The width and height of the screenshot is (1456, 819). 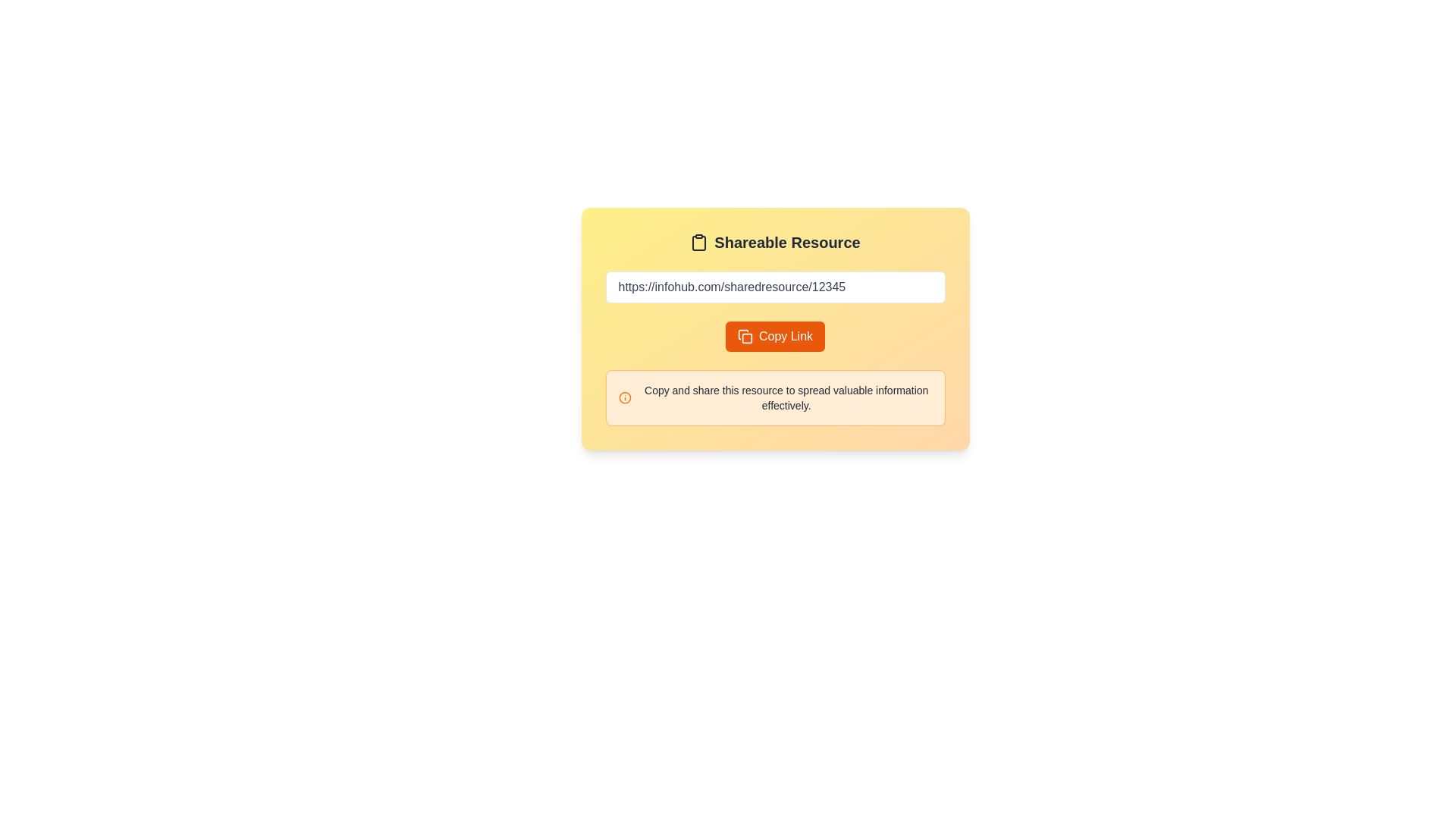 I want to click on the Circle graphical component within the SVG graphic, which serves as an icon or status indicator, so click(x=625, y=397).